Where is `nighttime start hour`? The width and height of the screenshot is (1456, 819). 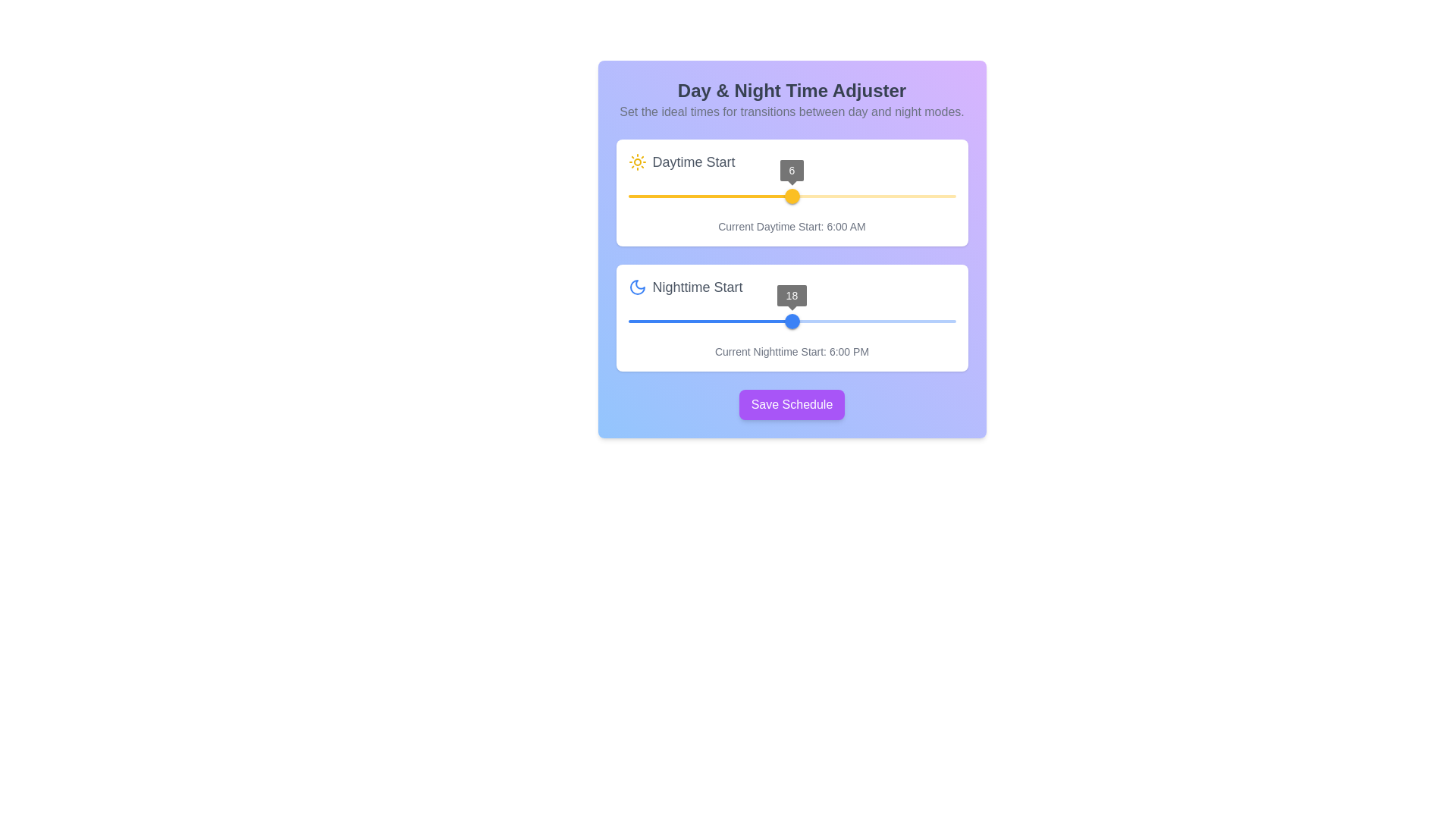
nighttime start hour is located at coordinates (778, 321).